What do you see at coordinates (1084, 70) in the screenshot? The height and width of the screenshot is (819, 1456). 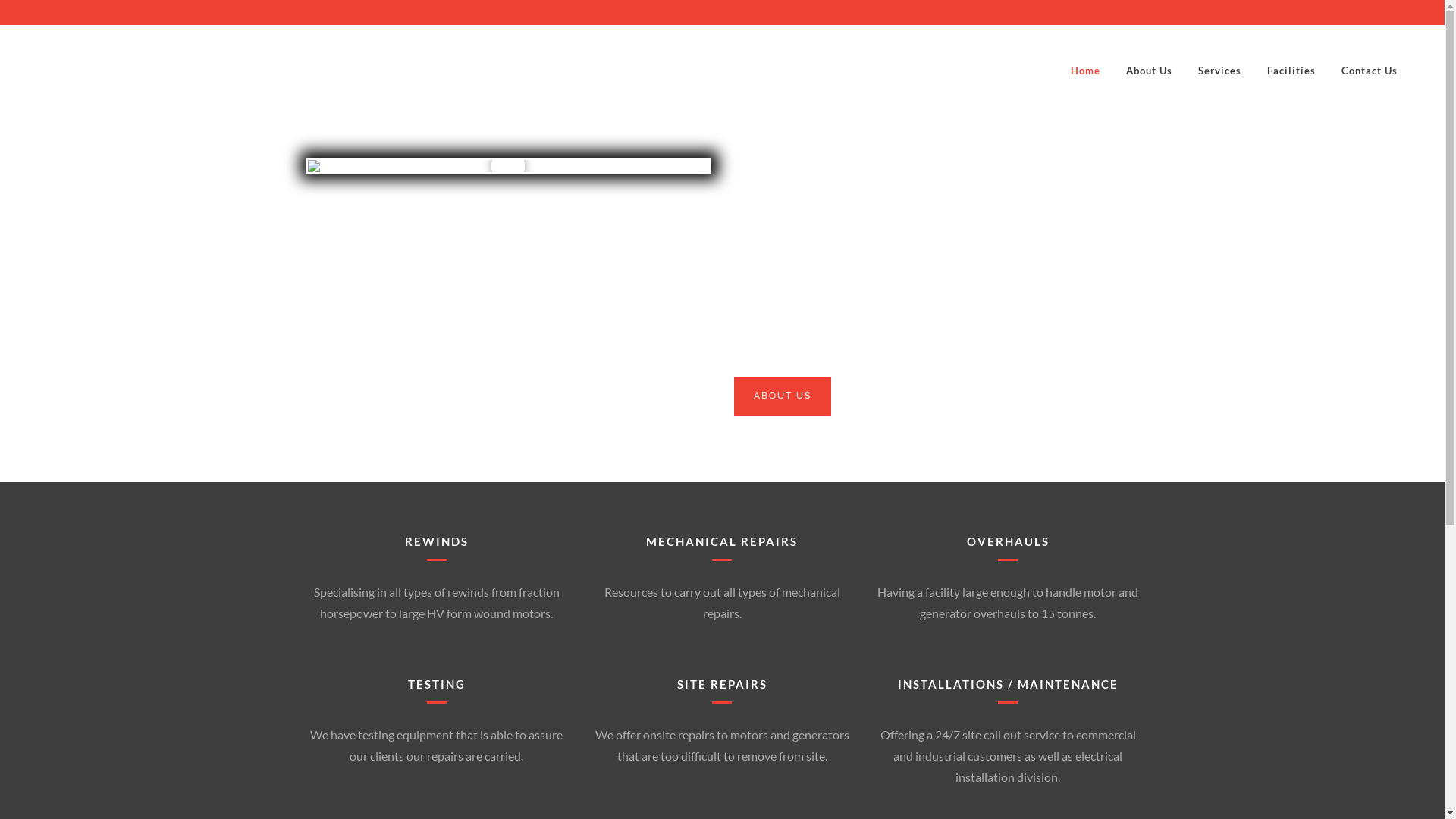 I see `'Home'` at bounding box center [1084, 70].